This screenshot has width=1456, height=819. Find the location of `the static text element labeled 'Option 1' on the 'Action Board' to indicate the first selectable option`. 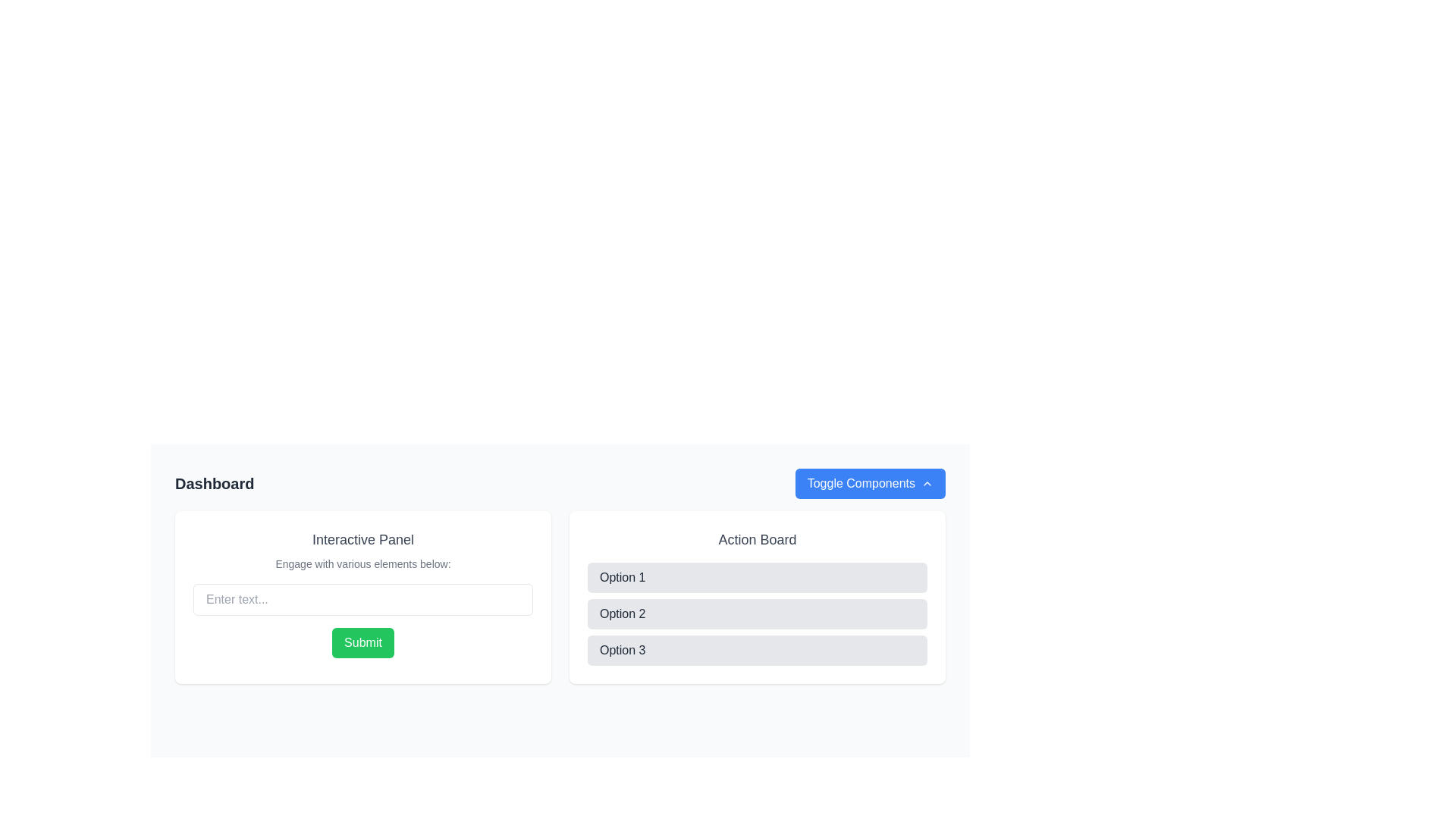

the static text element labeled 'Option 1' on the 'Action Board' to indicate the first selectable option is located at coordinates (623, 578).